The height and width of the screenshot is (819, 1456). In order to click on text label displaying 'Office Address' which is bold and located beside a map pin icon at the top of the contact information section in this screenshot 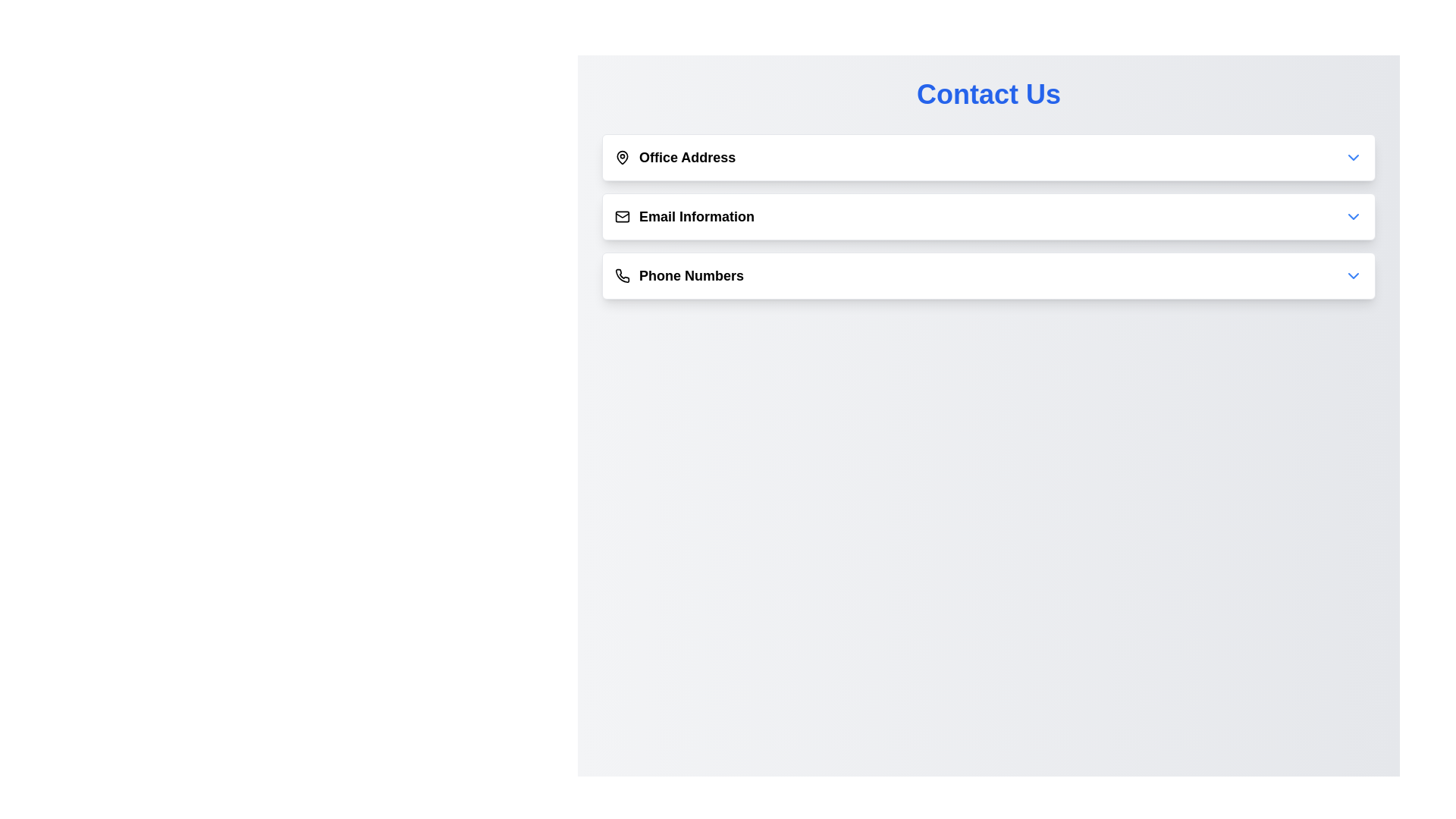, I will do `click(686, 158)`.